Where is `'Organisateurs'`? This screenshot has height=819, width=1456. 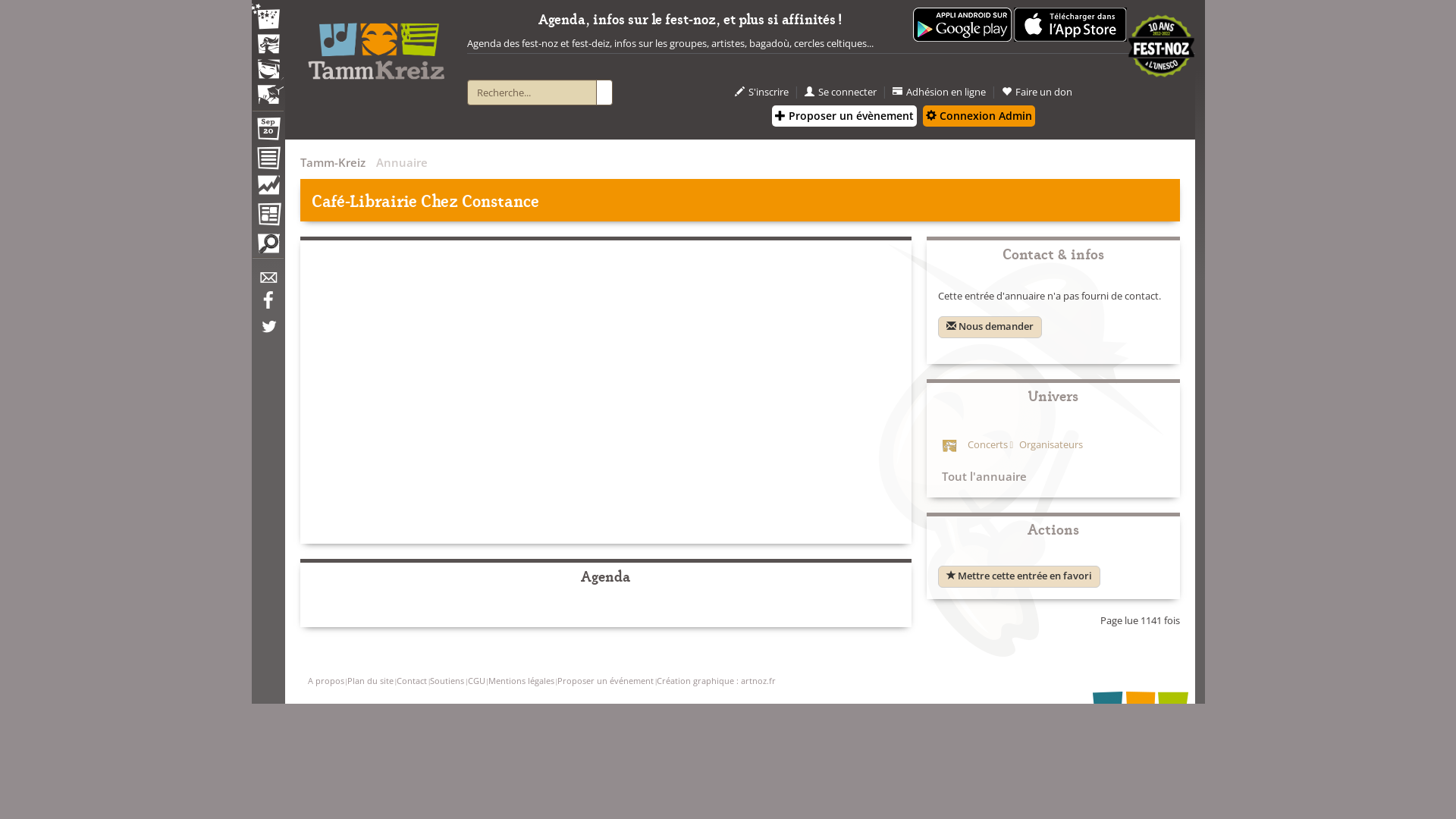
'Organisateurs' is located at coordinates (1046, 444).